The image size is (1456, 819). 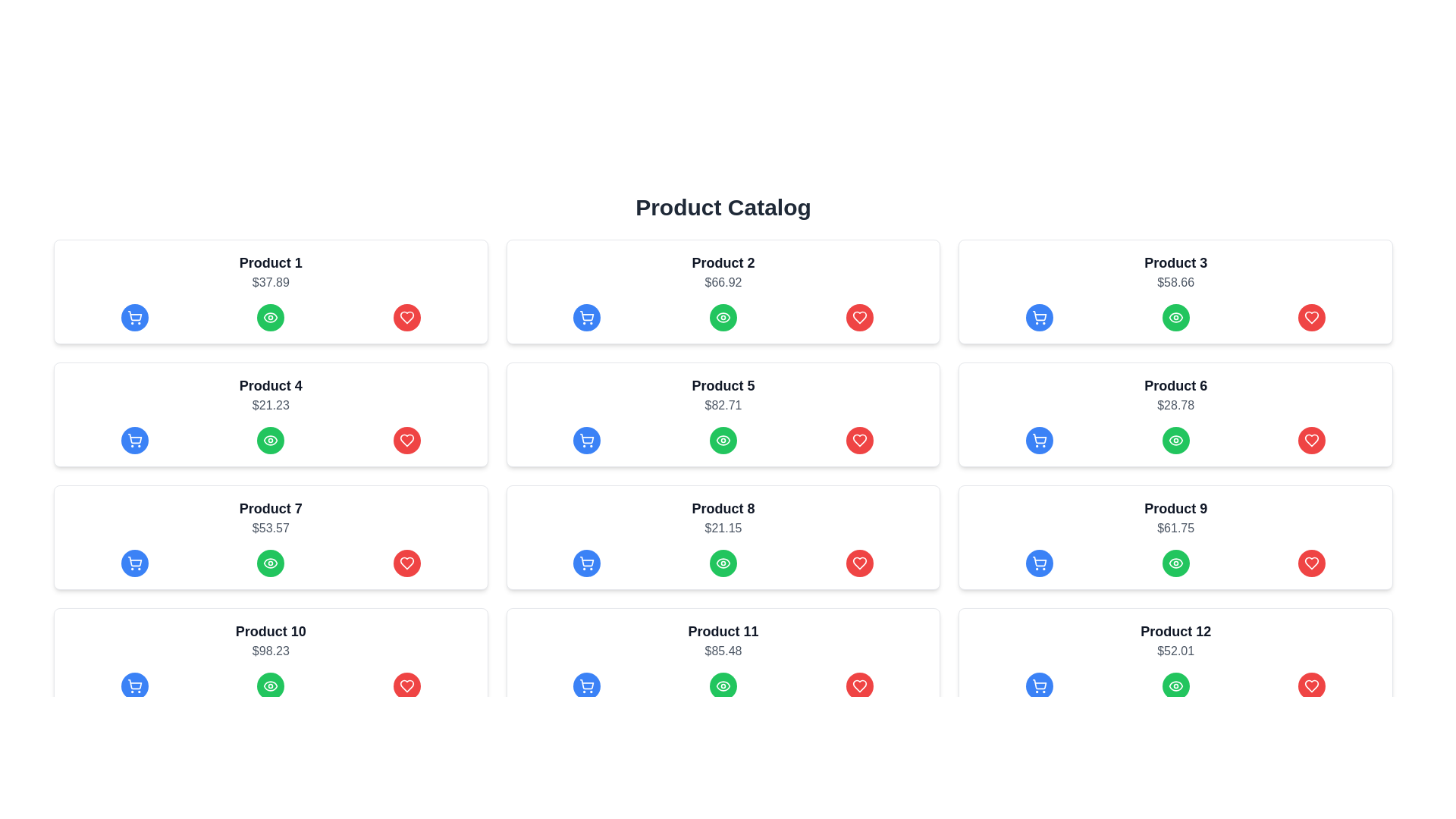 I want to click on the circular green button with an eye icon located in the central column of the third row in the grid of buttons, so click(x=723, y=563).